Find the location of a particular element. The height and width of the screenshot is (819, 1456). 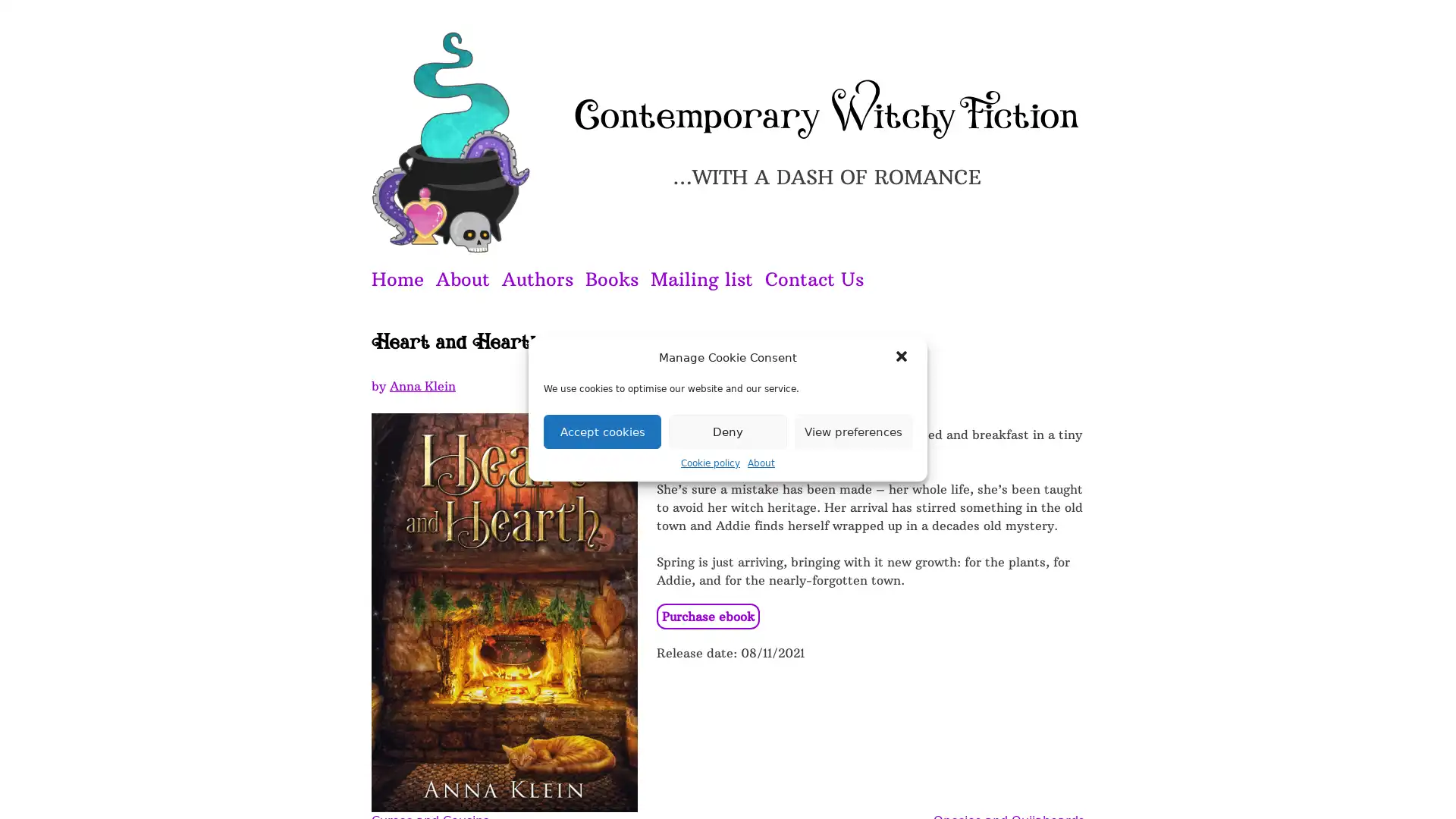

Deny is located at coordinates (726, 431).